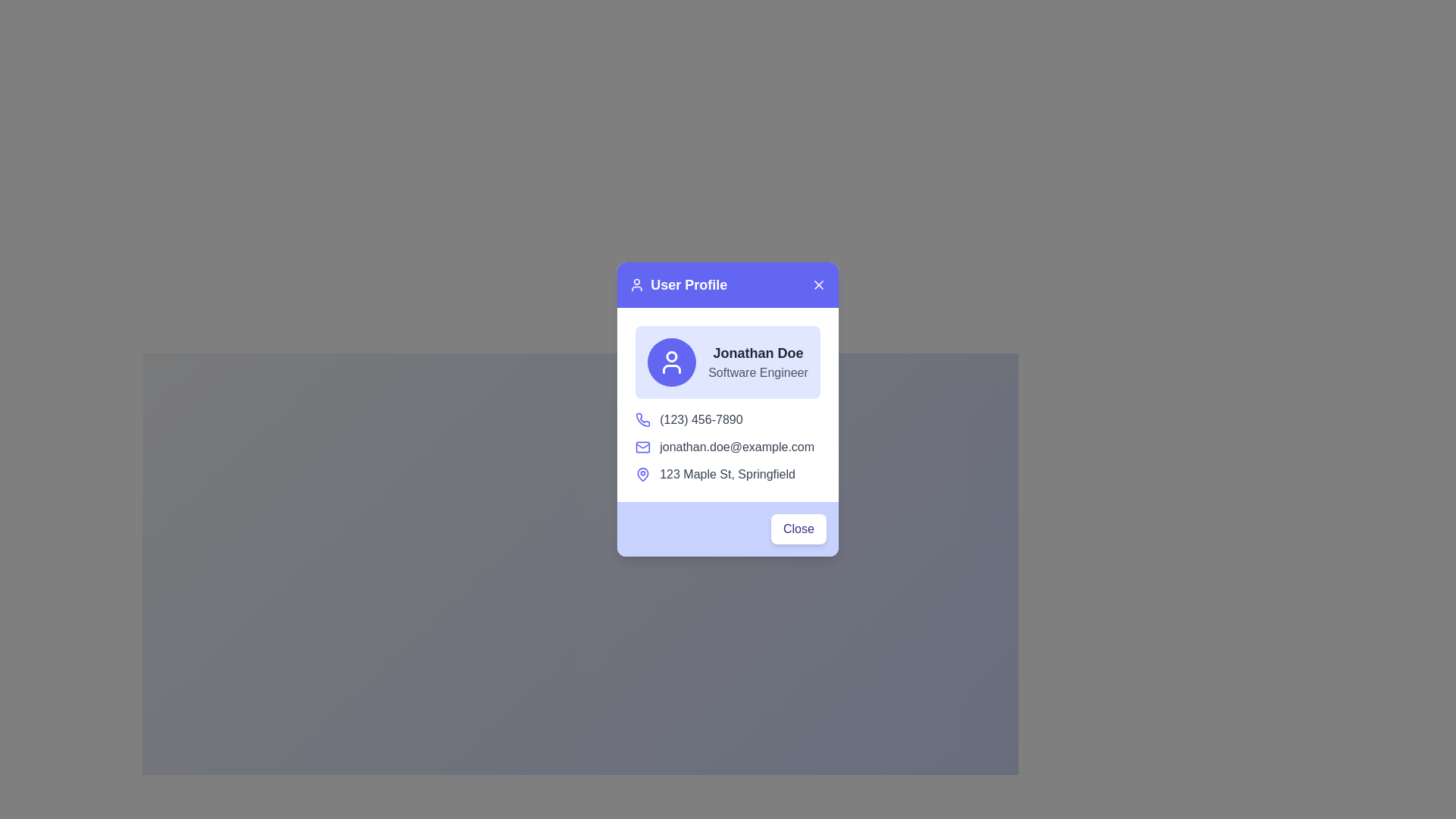 This screenshot has width=1456, height=819. I want to click on the Text label displaying the address '123 Maple St, Springfield' within the User Profile modal, located between the email address and the 'Close' button, so click(726, 473).